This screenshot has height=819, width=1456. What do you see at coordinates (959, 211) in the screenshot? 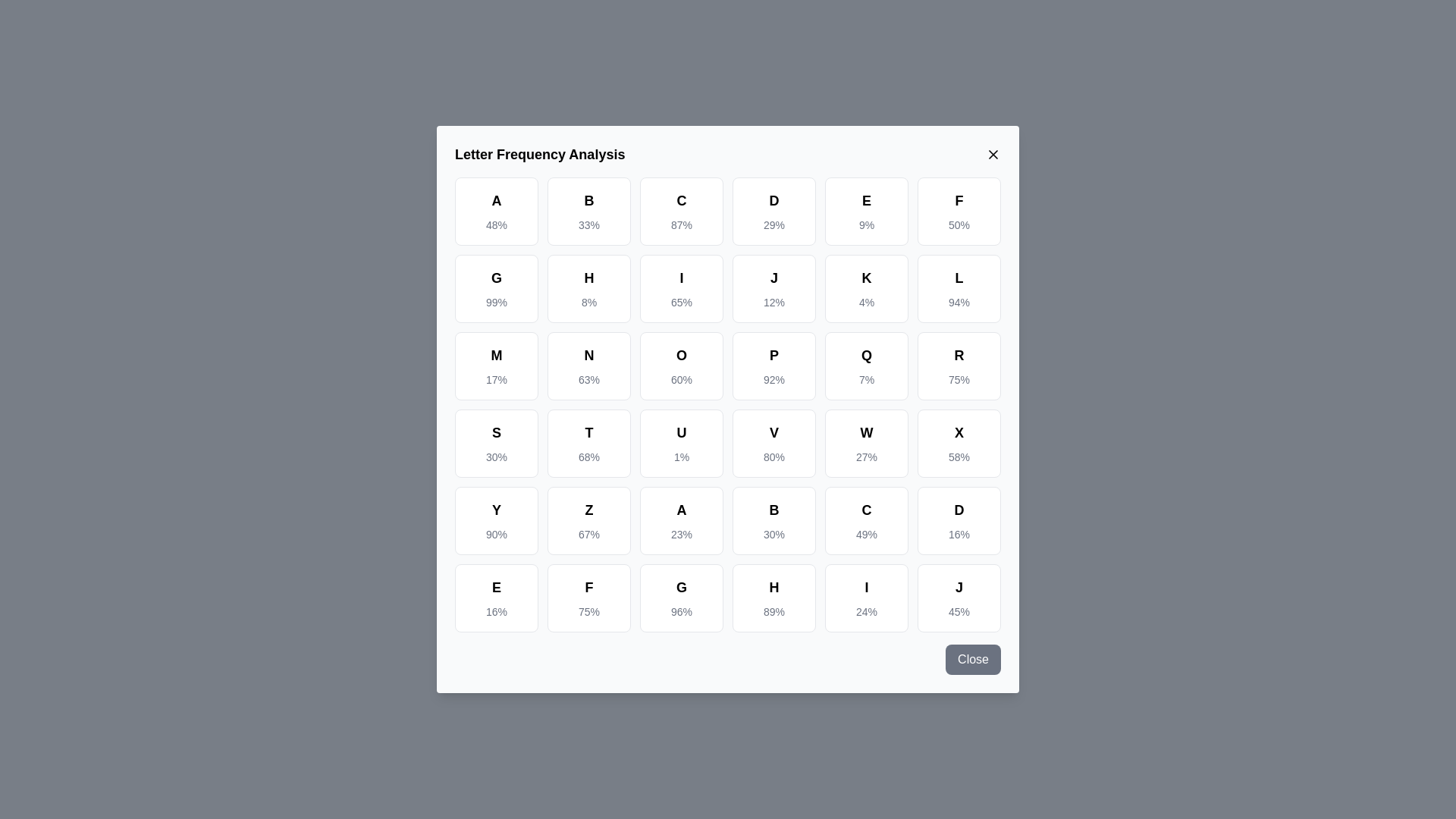
I see `the cell corresponding to the letter F` at bounding box center [959, 211].